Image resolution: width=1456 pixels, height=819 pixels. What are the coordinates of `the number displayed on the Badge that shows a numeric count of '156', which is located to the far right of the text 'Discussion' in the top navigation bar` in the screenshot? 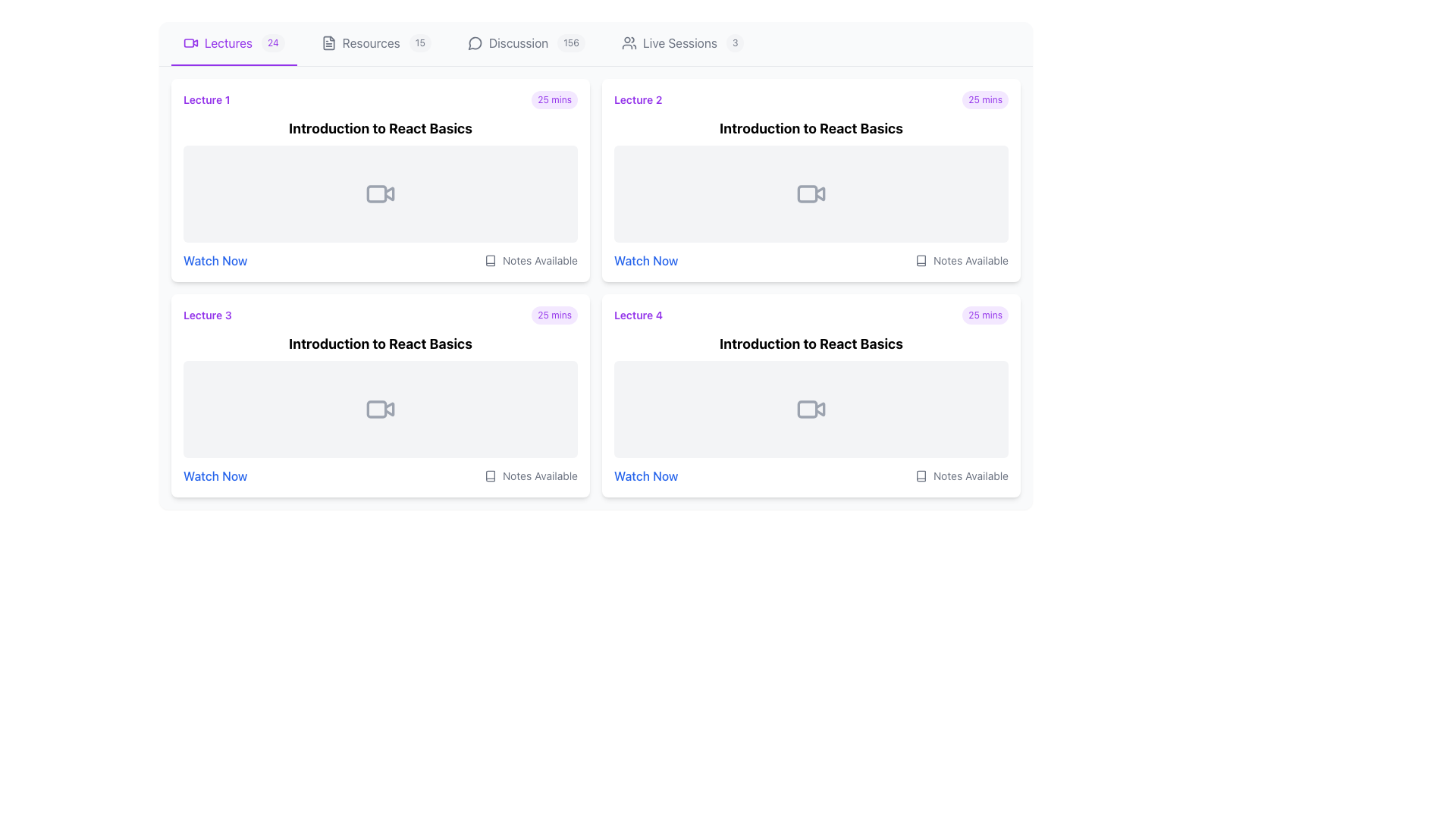 It's located at (570, 42).